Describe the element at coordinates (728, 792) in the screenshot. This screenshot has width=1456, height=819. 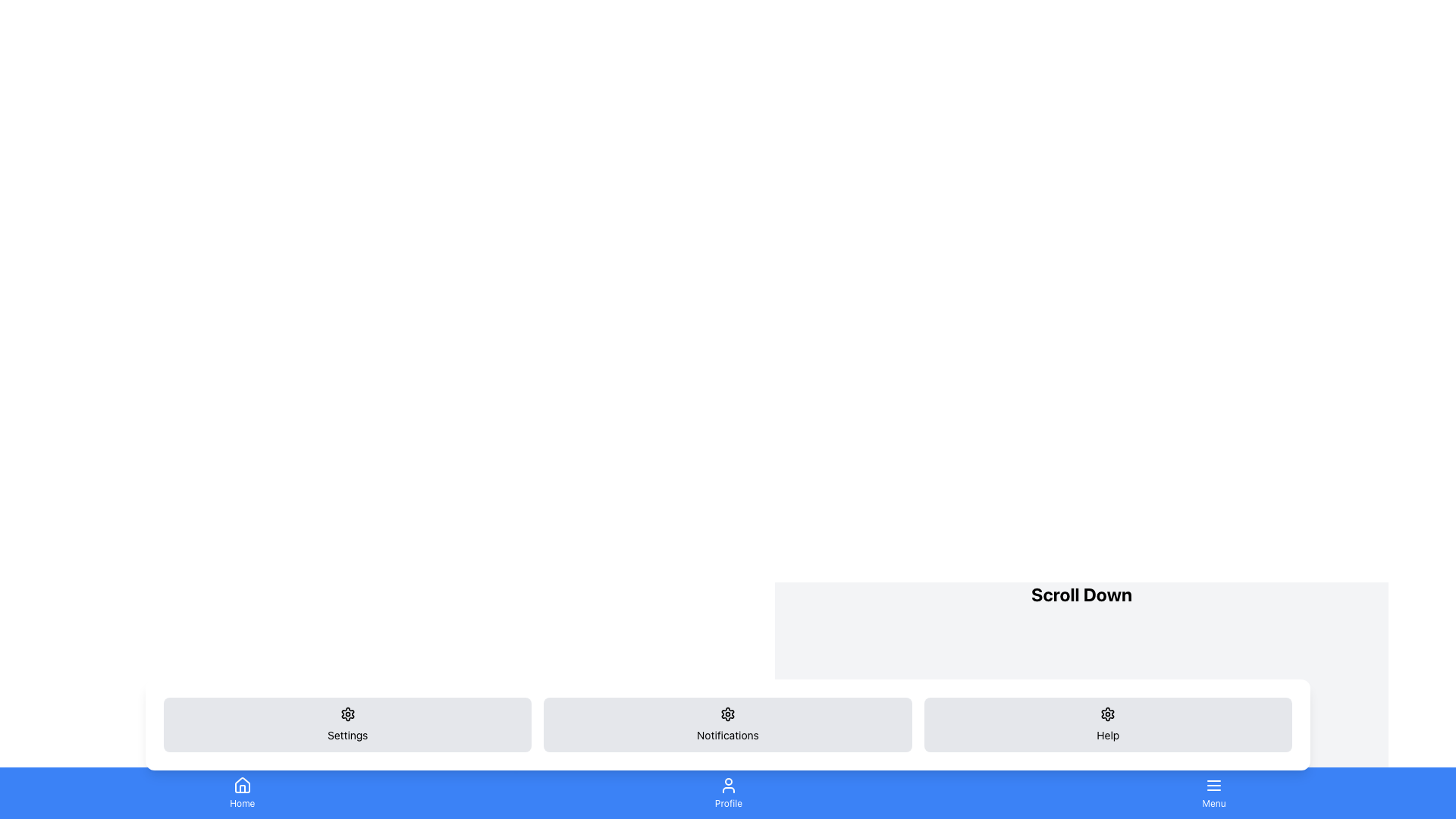
I see `the 'Profile' button located in the center of the bottom navigation bar, which includes a user icon and a white text label` at that location.